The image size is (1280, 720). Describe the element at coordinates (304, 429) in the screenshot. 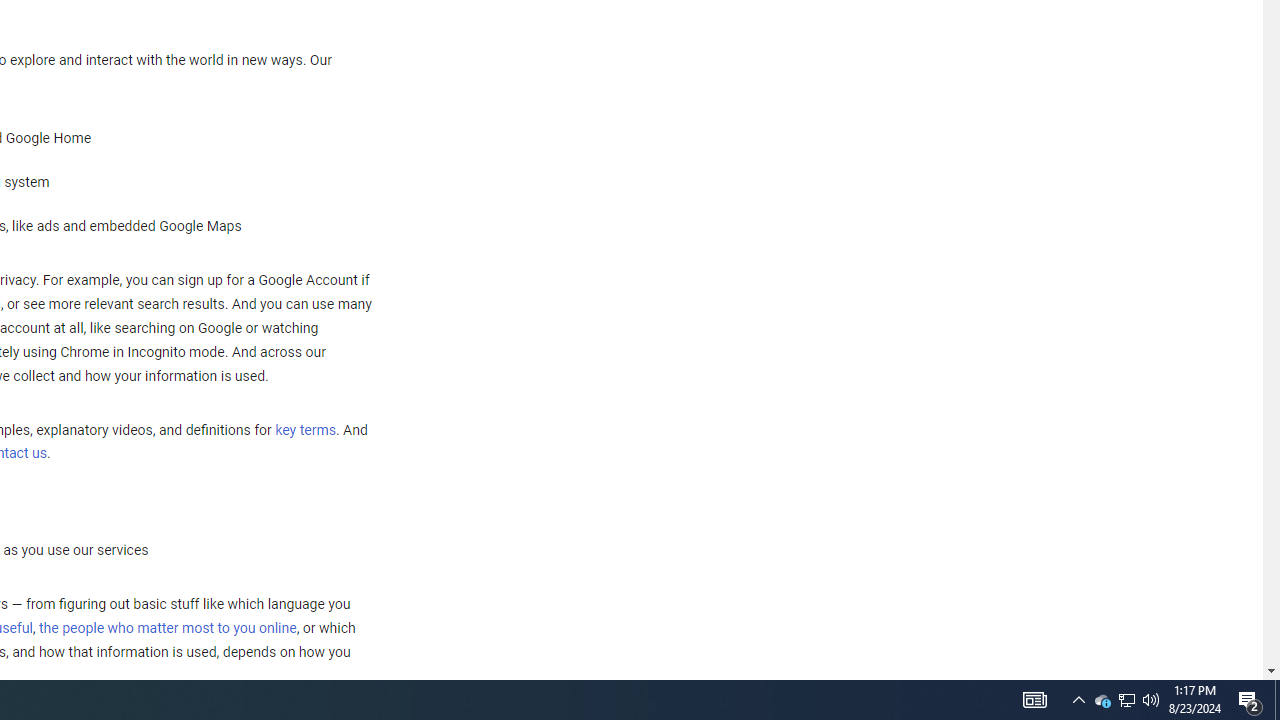

I see `'key terms'` at that location.